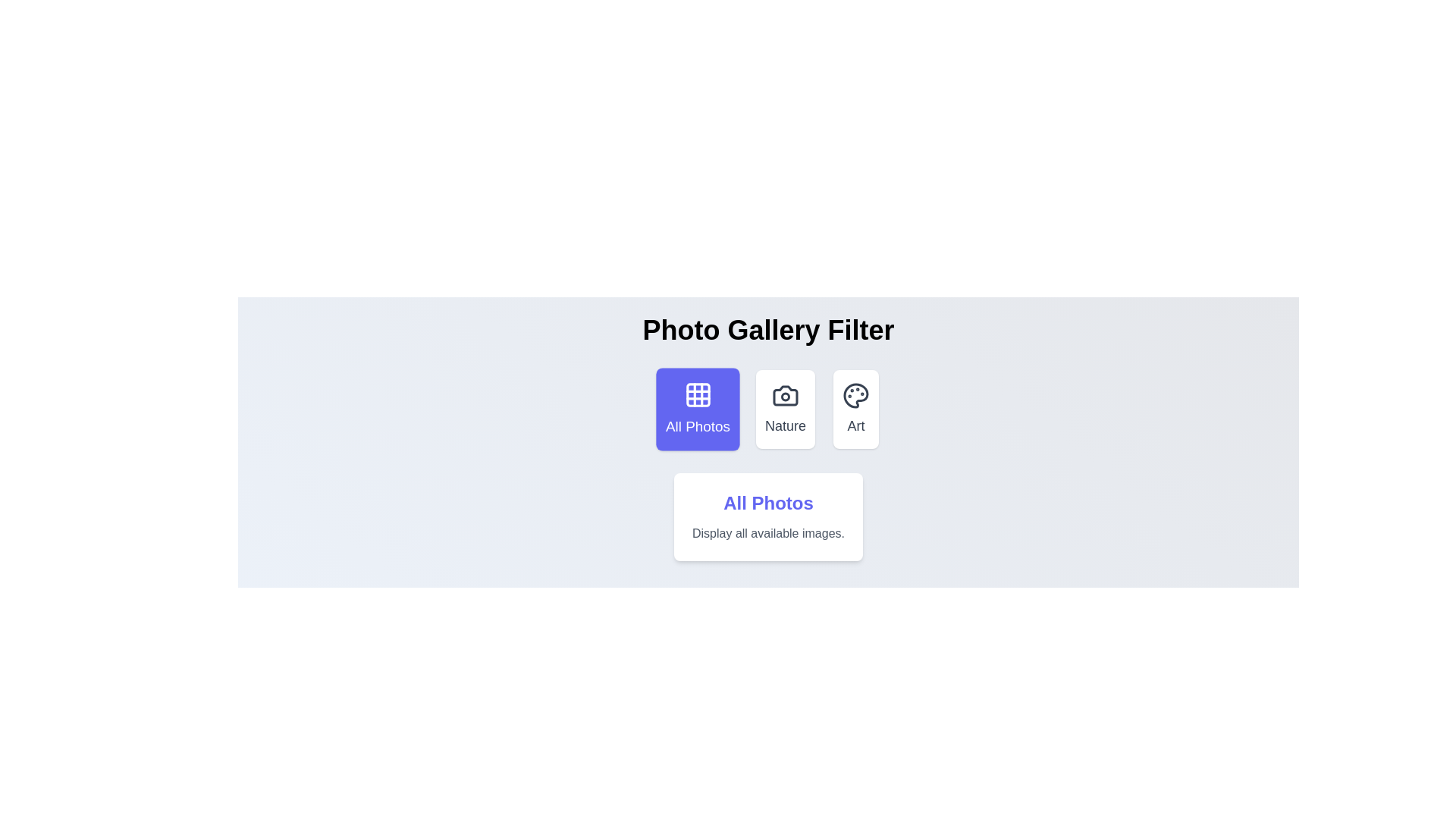  I want to click on the filter button labeled 'Nature' to select the corresponding filter, so click(786, 409).